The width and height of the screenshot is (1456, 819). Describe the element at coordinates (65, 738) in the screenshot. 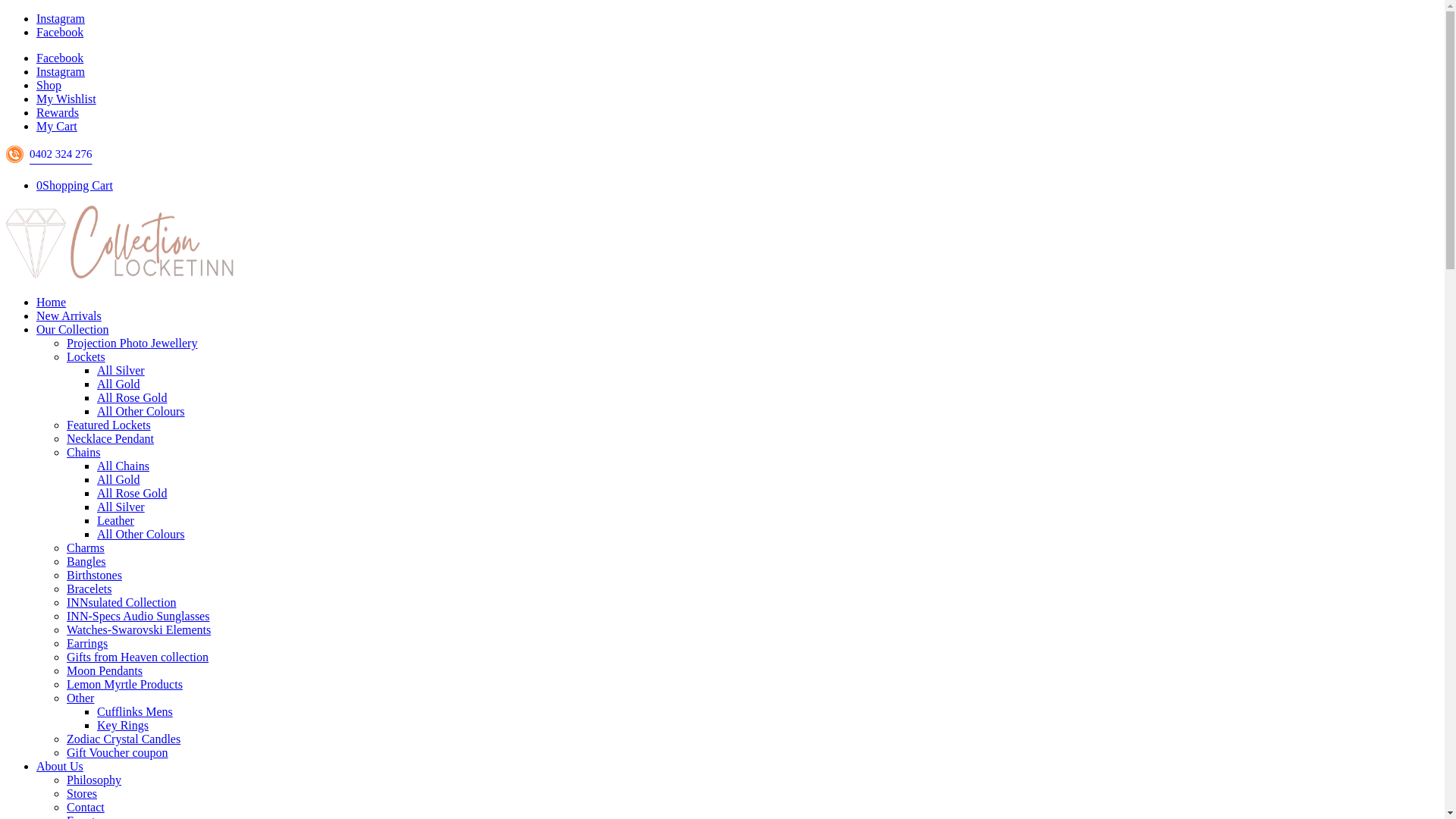

I see `'Zodiac Crystal Candles'` at that location.